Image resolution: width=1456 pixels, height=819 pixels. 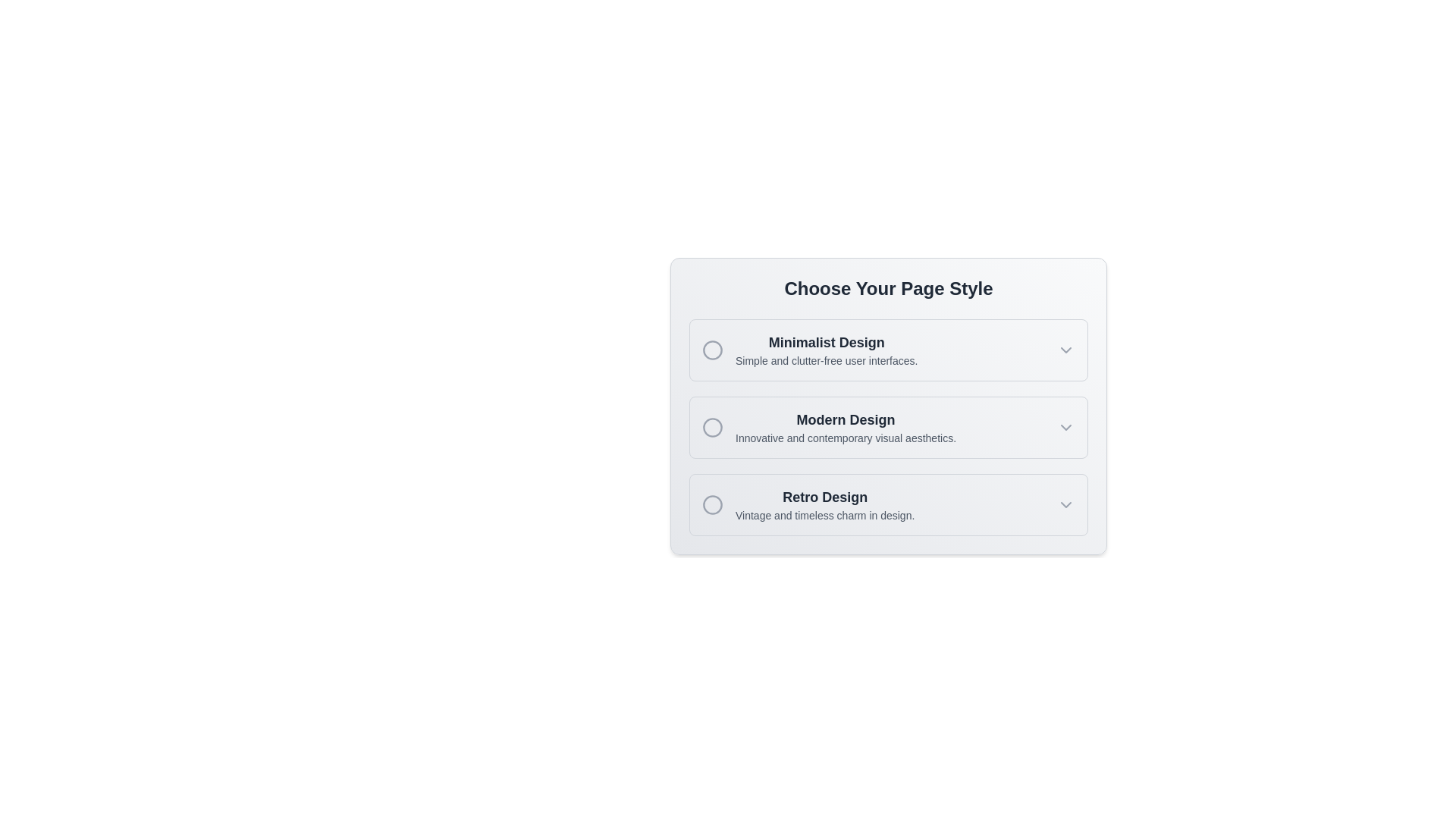 What do you see at coordinates (809, 350) in the screenshot?
I see `the first design option labeled 'Minimalist Design' which displays a larger bold text and a subtext 'Simple and clutter-free user interfaces.'` at bounding box center [809, 350].